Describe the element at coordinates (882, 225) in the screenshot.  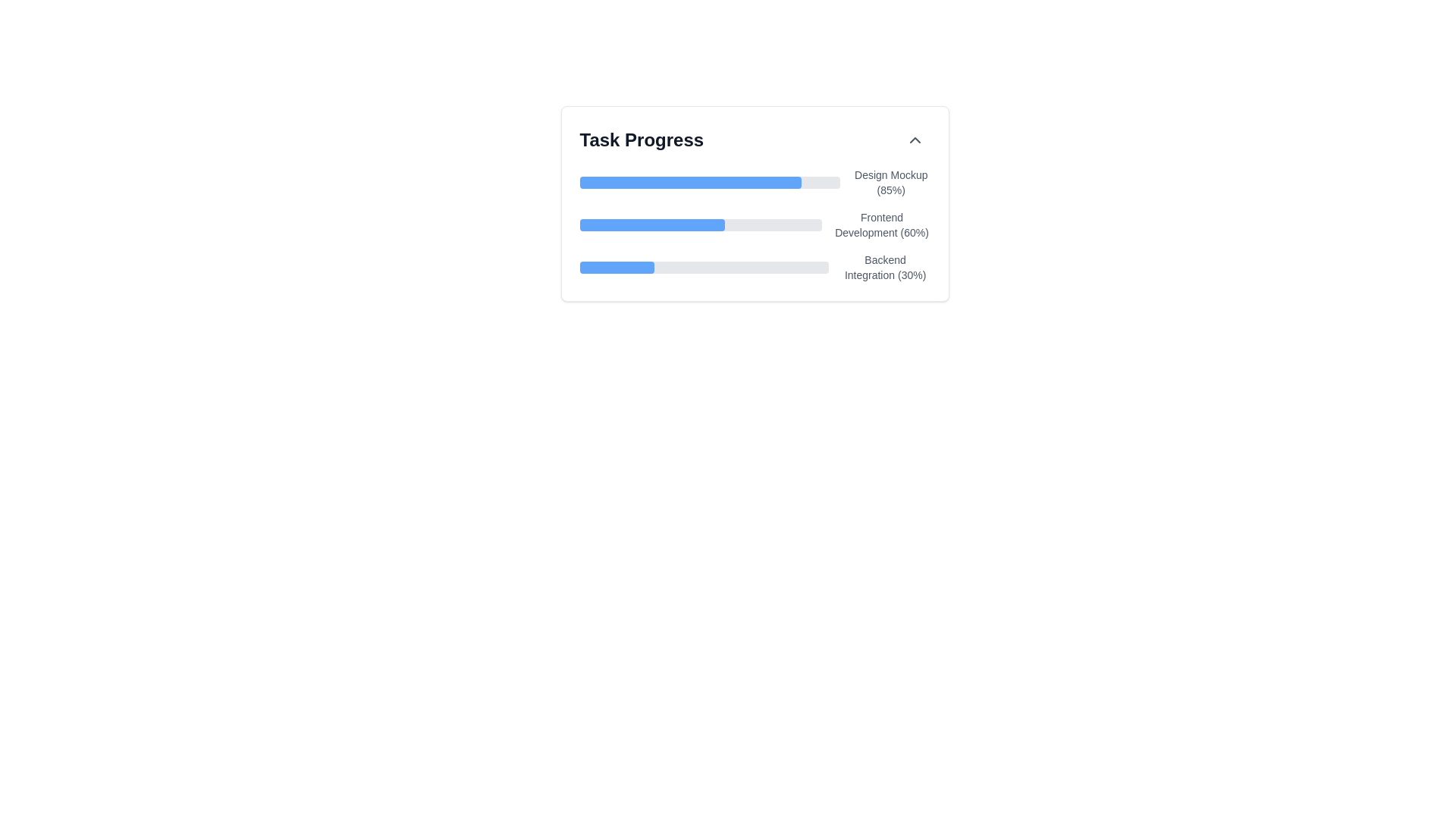
I see `the text label displaying 'Frontend Development (60%)', which is styled with a smaller font size and gray color, located to the right of a progress bar` at that location.